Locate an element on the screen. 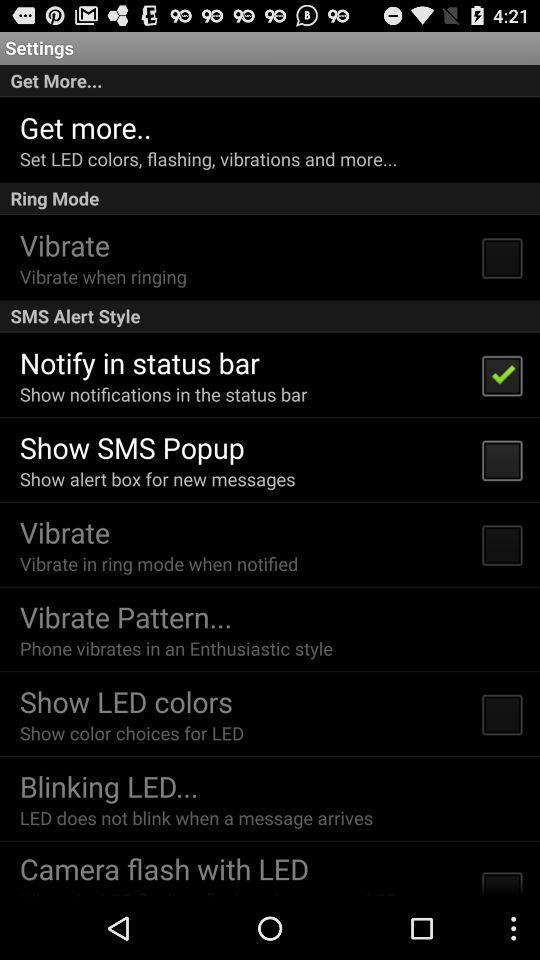 The width and height of the screenshot is (540, 960). the vibrate pattern... is located at coordinates (125, 615).